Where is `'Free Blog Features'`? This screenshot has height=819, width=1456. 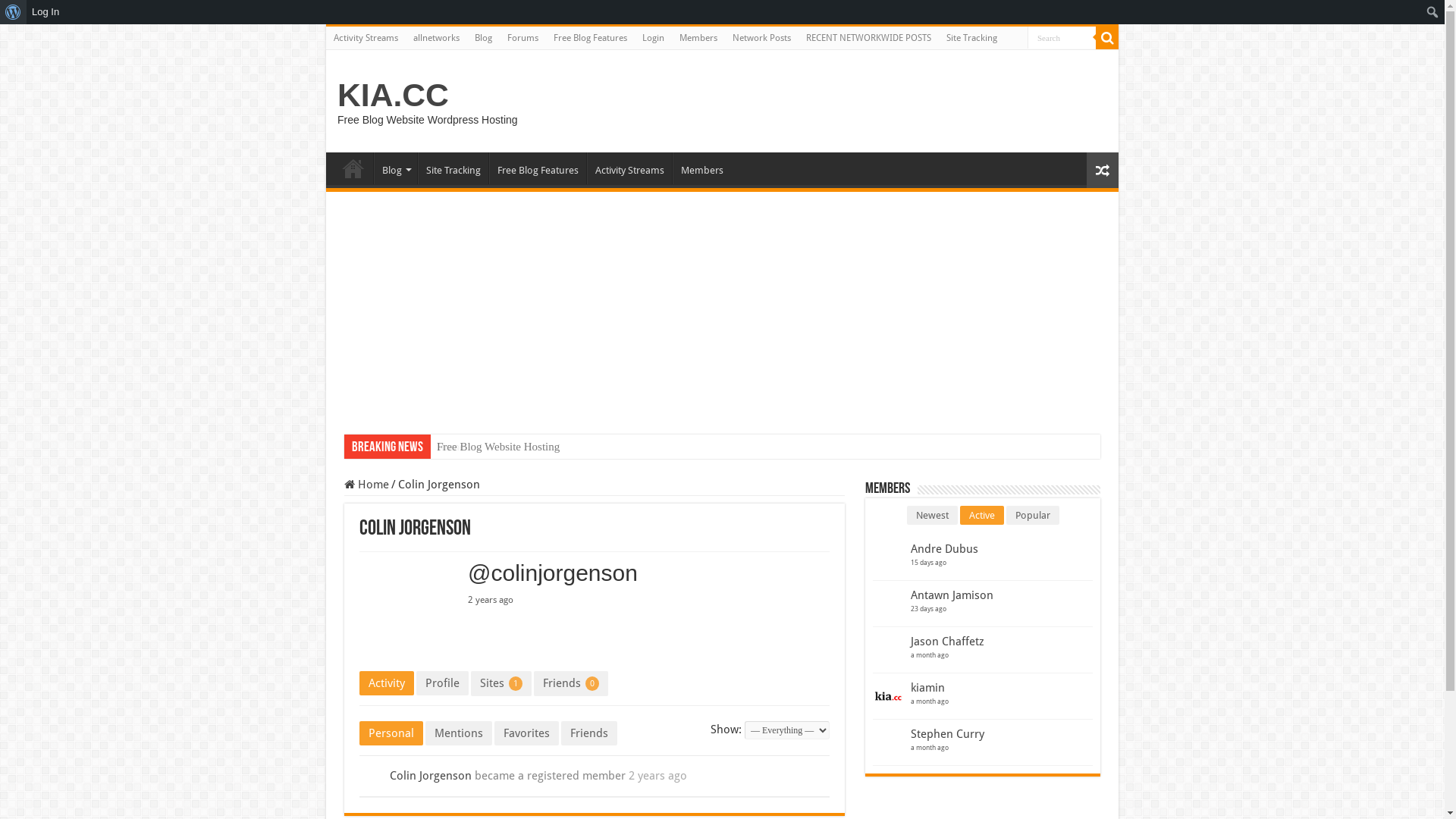
'Free Blog Features' is located at coordinates (538, 168).